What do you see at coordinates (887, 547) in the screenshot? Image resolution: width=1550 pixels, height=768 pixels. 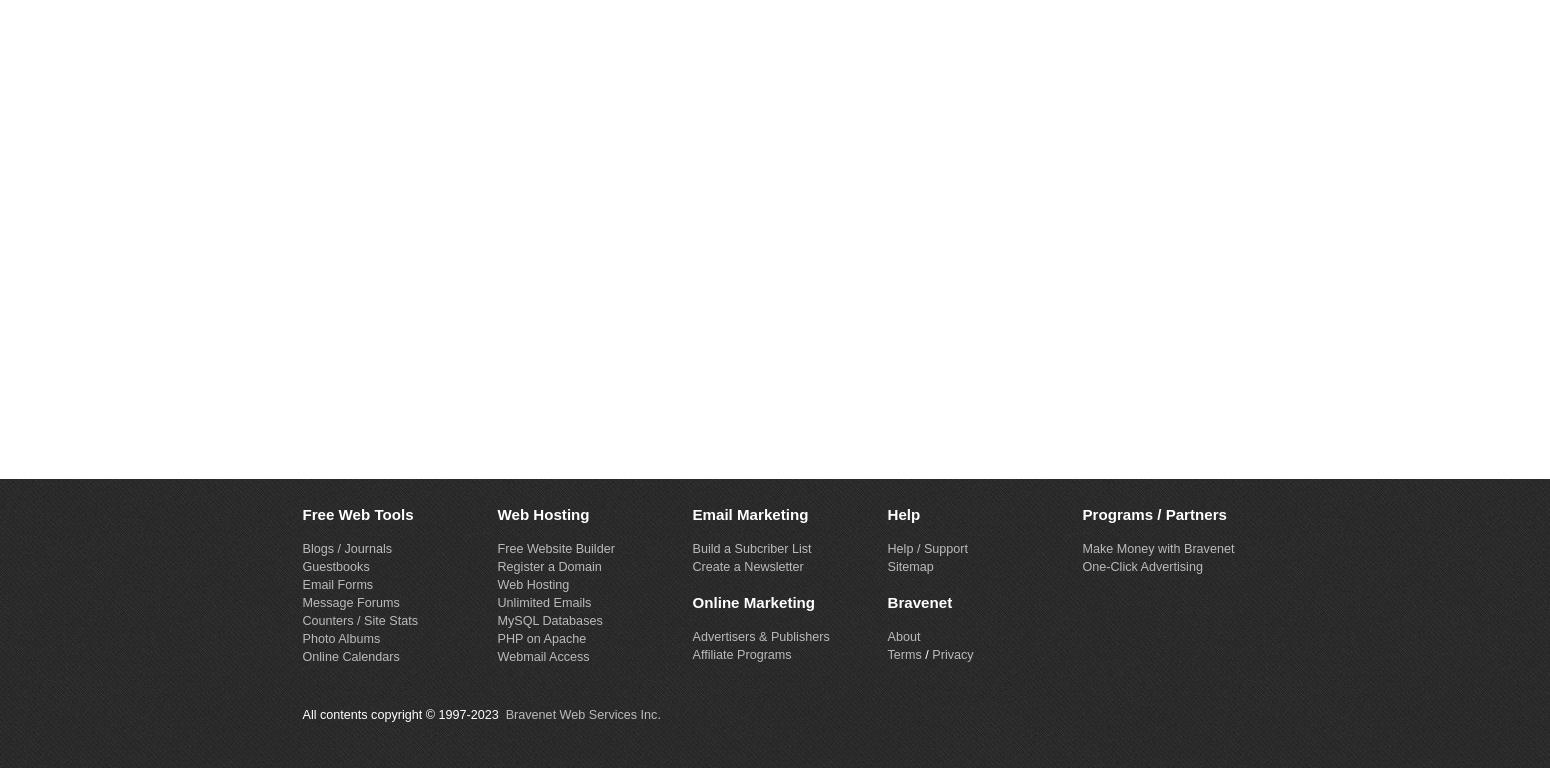 I see `'Help / Support'` at bounding box center [887, 547].